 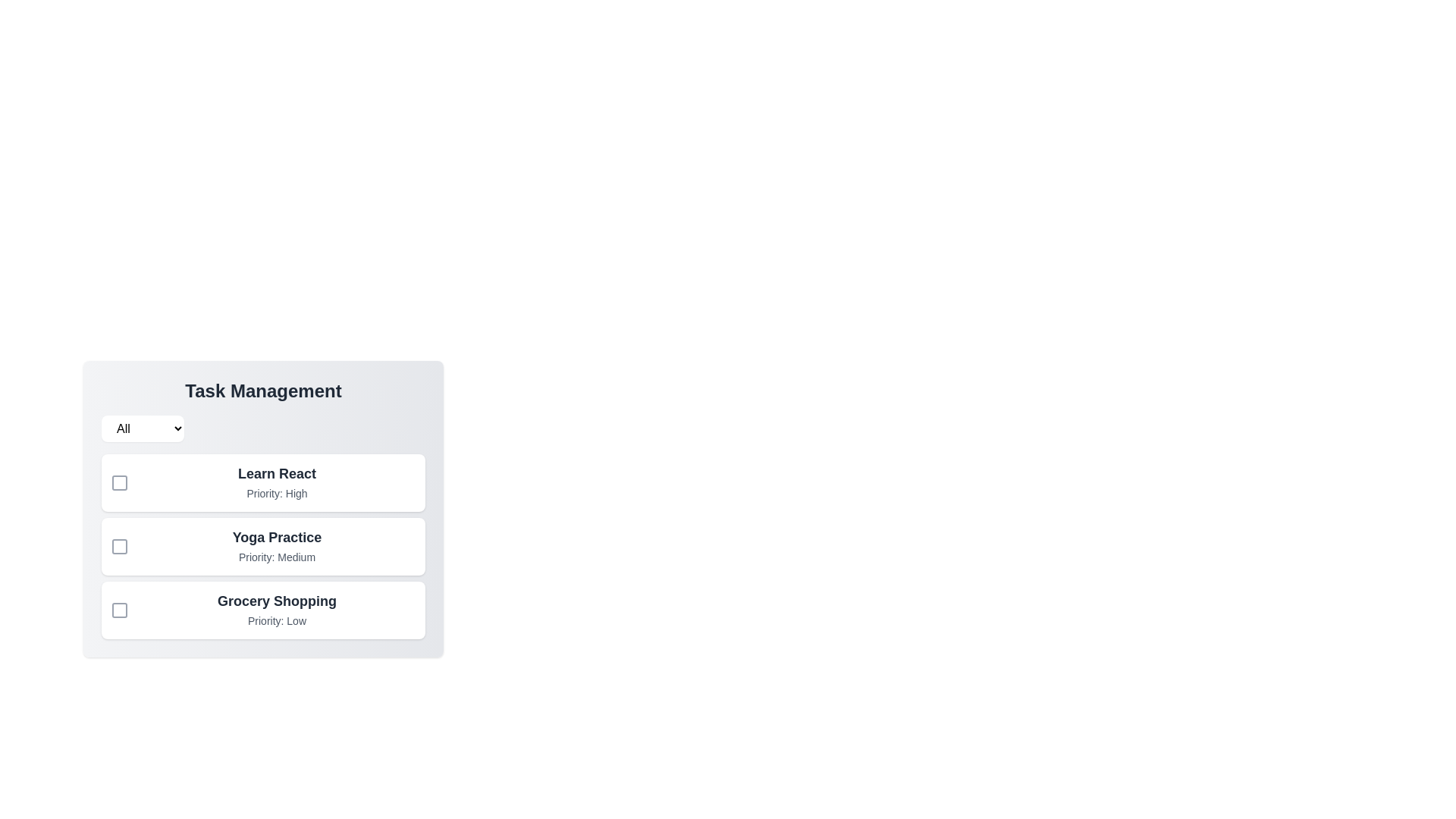 I want to click on the filter dropdown and choose the Low option, so click(x=143, y=428).